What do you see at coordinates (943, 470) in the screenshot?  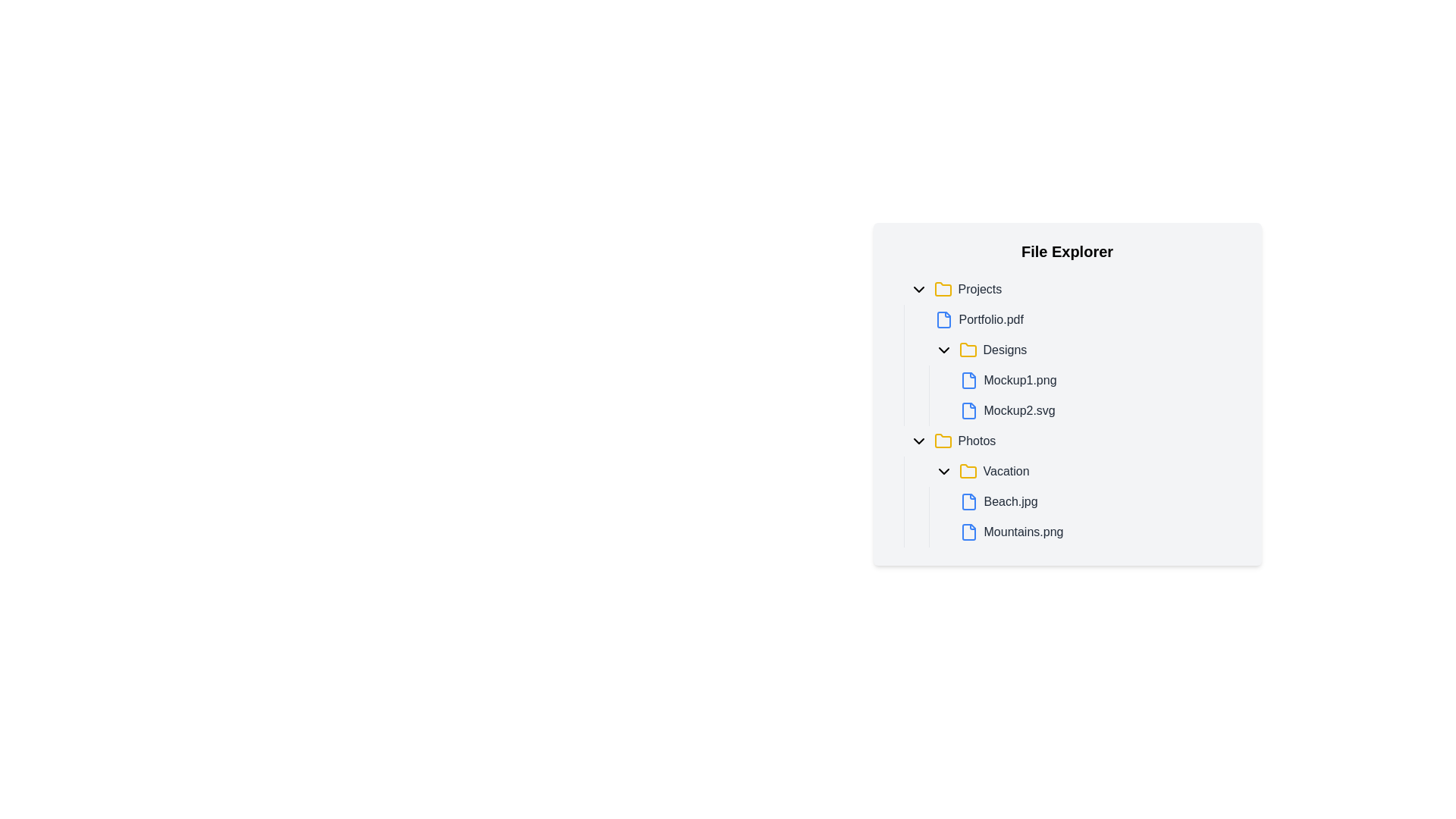 I see `the downwards-pointing chevron icon next to the 'Vacation' text` at bounding box center [943, 470].